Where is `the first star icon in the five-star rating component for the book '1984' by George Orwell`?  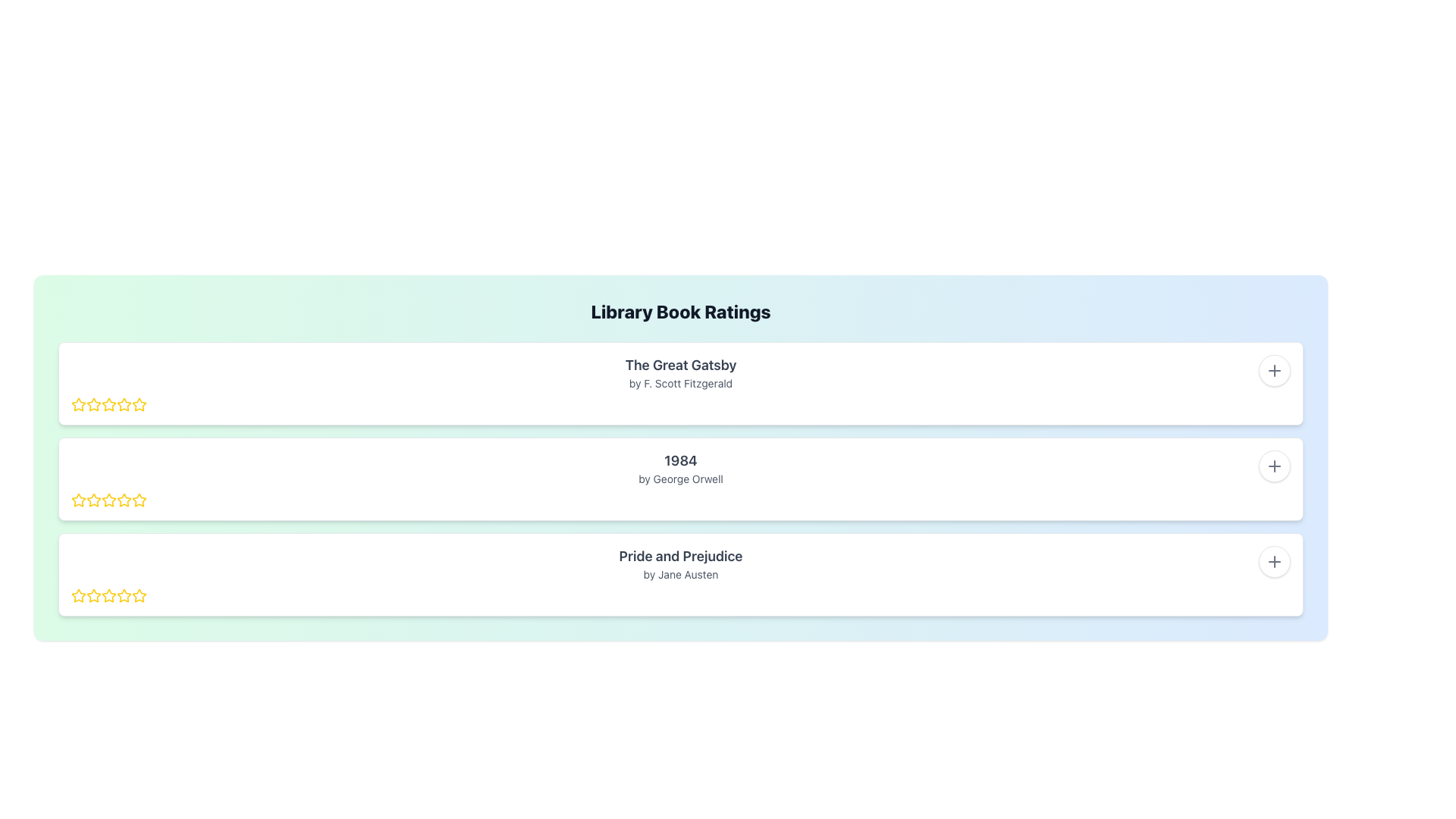
the first star icon in the five-star rating component for the book '1984' by George Orwell is located at coordinates (78, 500).